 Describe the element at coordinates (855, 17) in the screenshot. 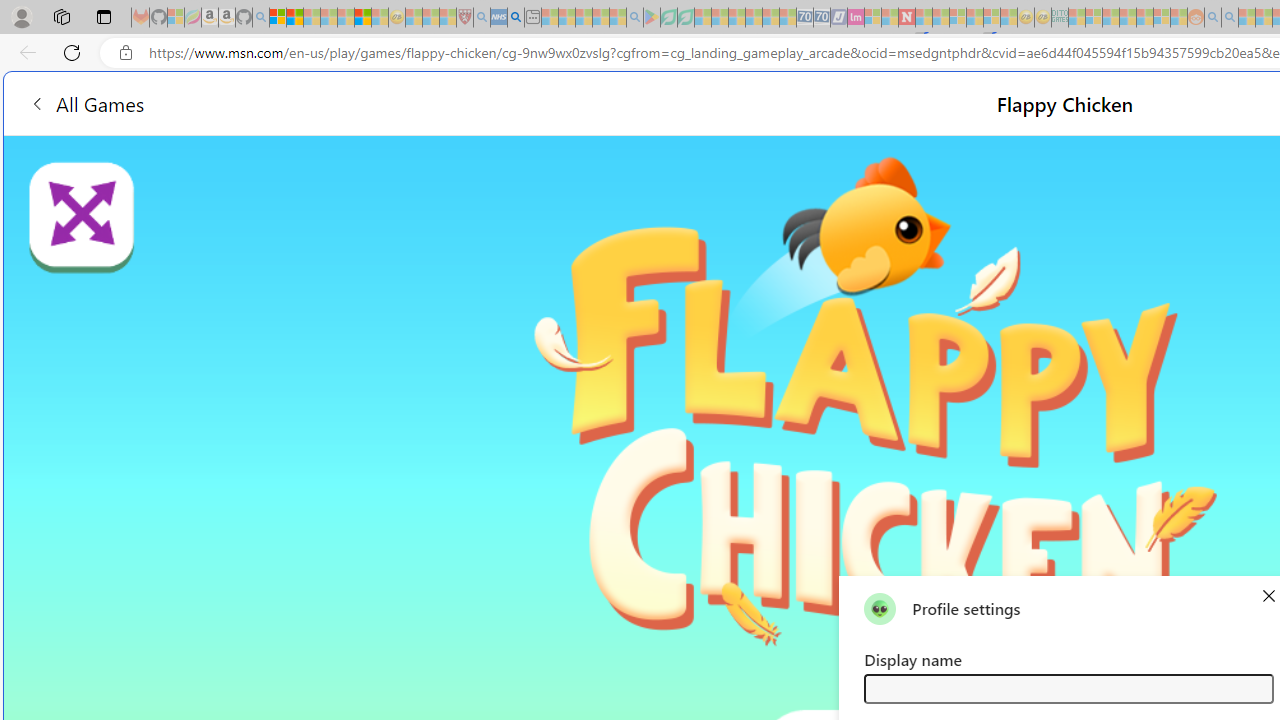

I see `'Jobs - lastminute.com Investor Portal - Sleeping'` at that location.